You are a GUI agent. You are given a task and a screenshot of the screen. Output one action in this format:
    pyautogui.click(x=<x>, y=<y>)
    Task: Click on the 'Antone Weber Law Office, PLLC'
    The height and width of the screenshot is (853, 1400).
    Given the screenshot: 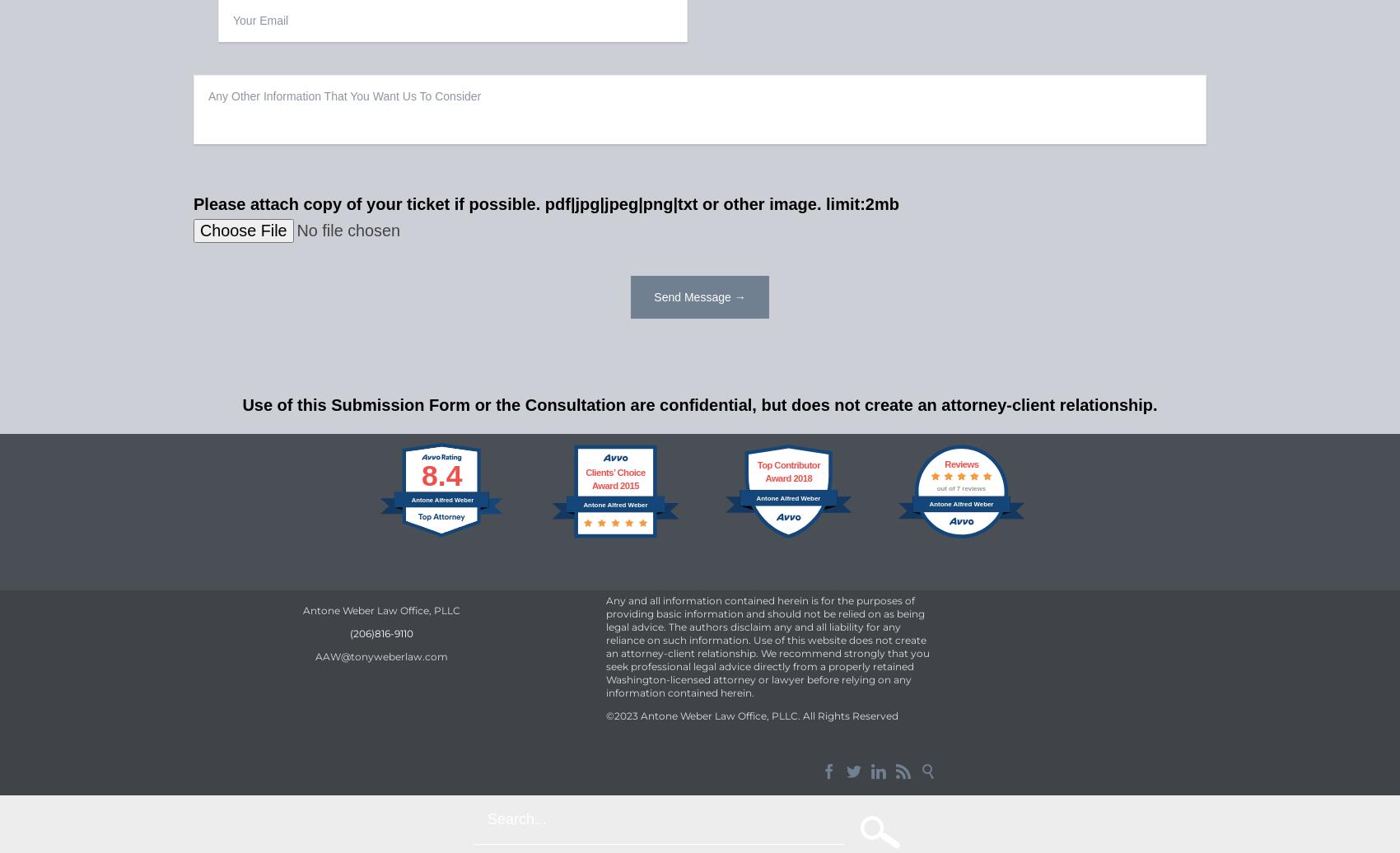 What is the action you would take?
    pyautogui.click(x=380, y=610)
    